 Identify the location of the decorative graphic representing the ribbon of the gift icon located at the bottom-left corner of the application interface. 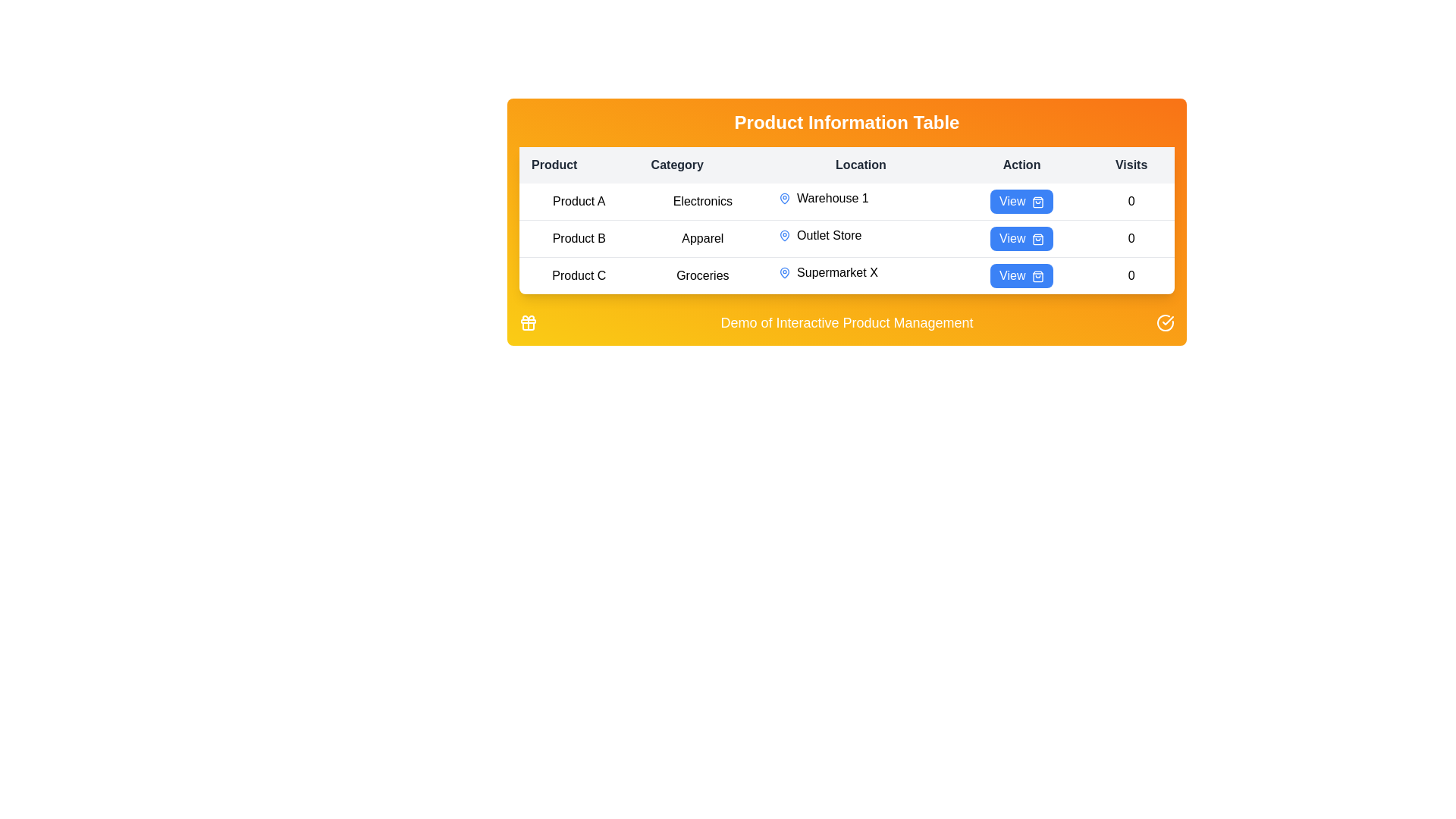
(528, 321).